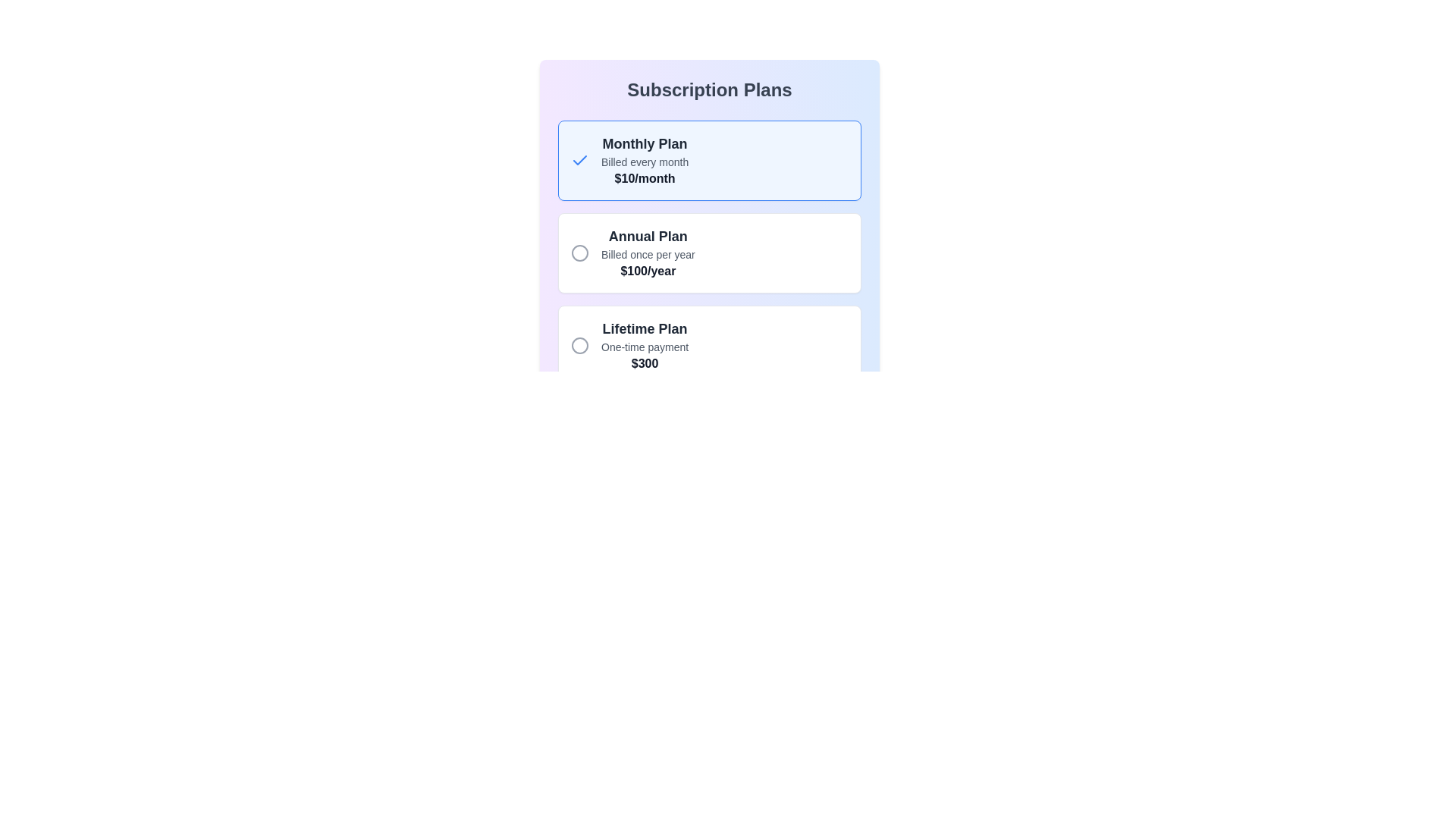 The image size is (1456, 819). What do you see at coordinates (579, 161) in the screenshot?
I see `the visual state of the checkmark icon indicating that the 'Monthly Plan' subscription option is currently selected, located at the top of the list of subscription plans` at bounding box center [579, 161].